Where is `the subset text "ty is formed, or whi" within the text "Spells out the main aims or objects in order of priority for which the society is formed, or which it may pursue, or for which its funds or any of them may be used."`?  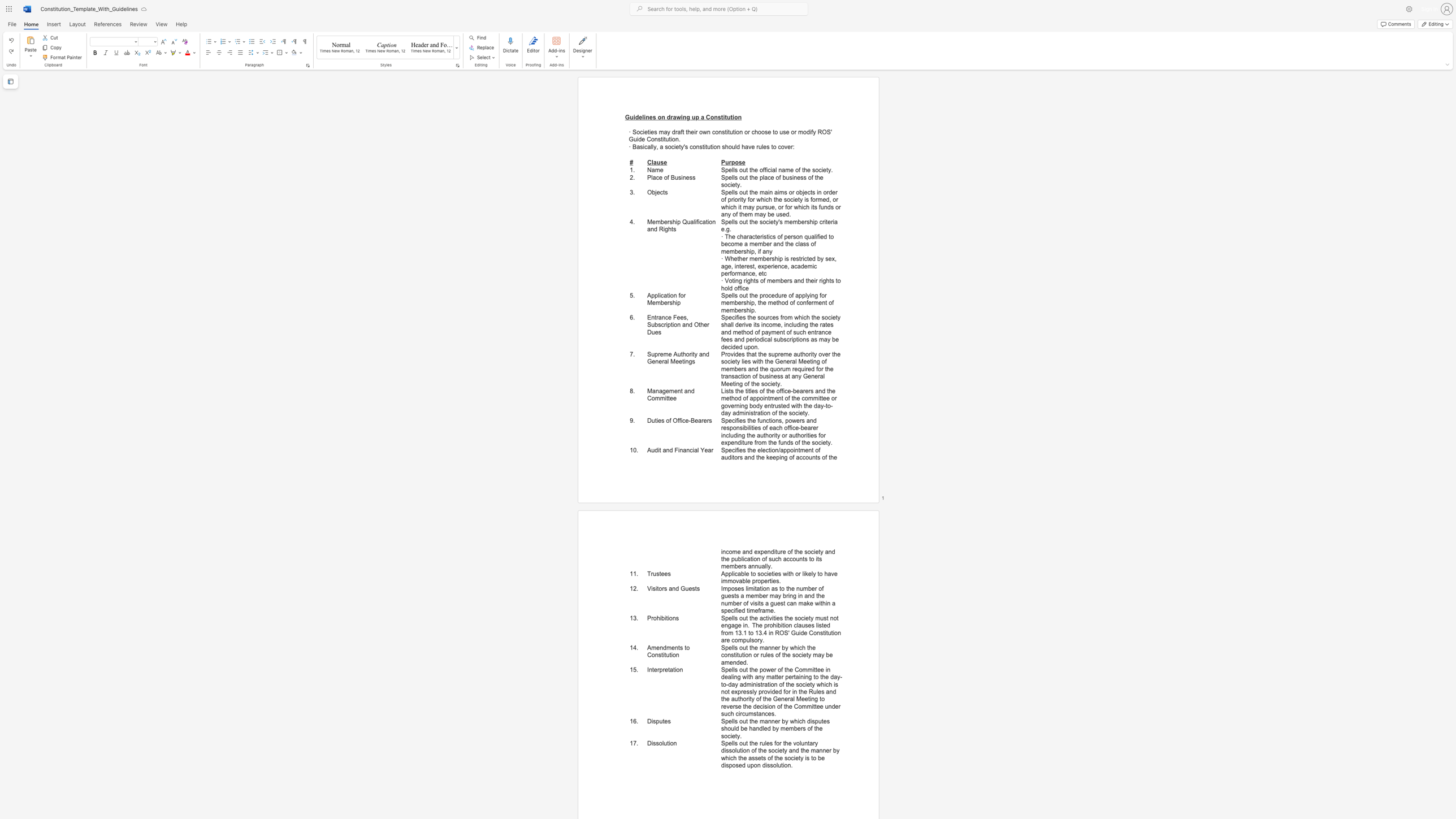 the subset text "ty is formed, or whi" within the text "Spells out the main aims or objects in order of priority for which the society is formed, or which it may pursue, or for which its funds or any of them may be used." is located at coordinates (798, 200).